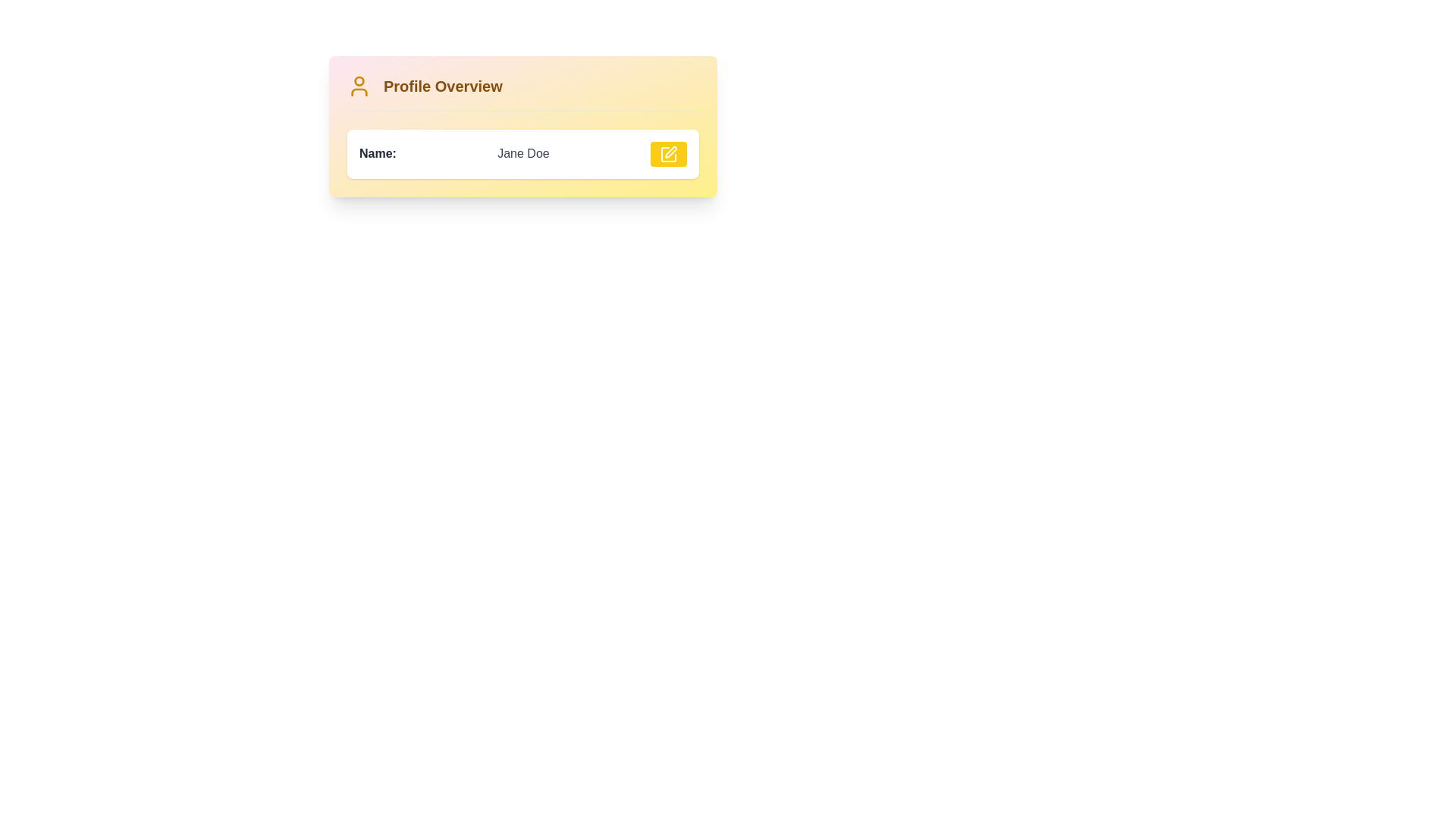 This screenshot has width=1456, height=819. Describe the element at coordinates (359, 86) in the screenshot. I see `the user profile icon, which is a simple outline of a person in yellow, located on the left side of the header containing the 'Profile Overview' text` at that location.